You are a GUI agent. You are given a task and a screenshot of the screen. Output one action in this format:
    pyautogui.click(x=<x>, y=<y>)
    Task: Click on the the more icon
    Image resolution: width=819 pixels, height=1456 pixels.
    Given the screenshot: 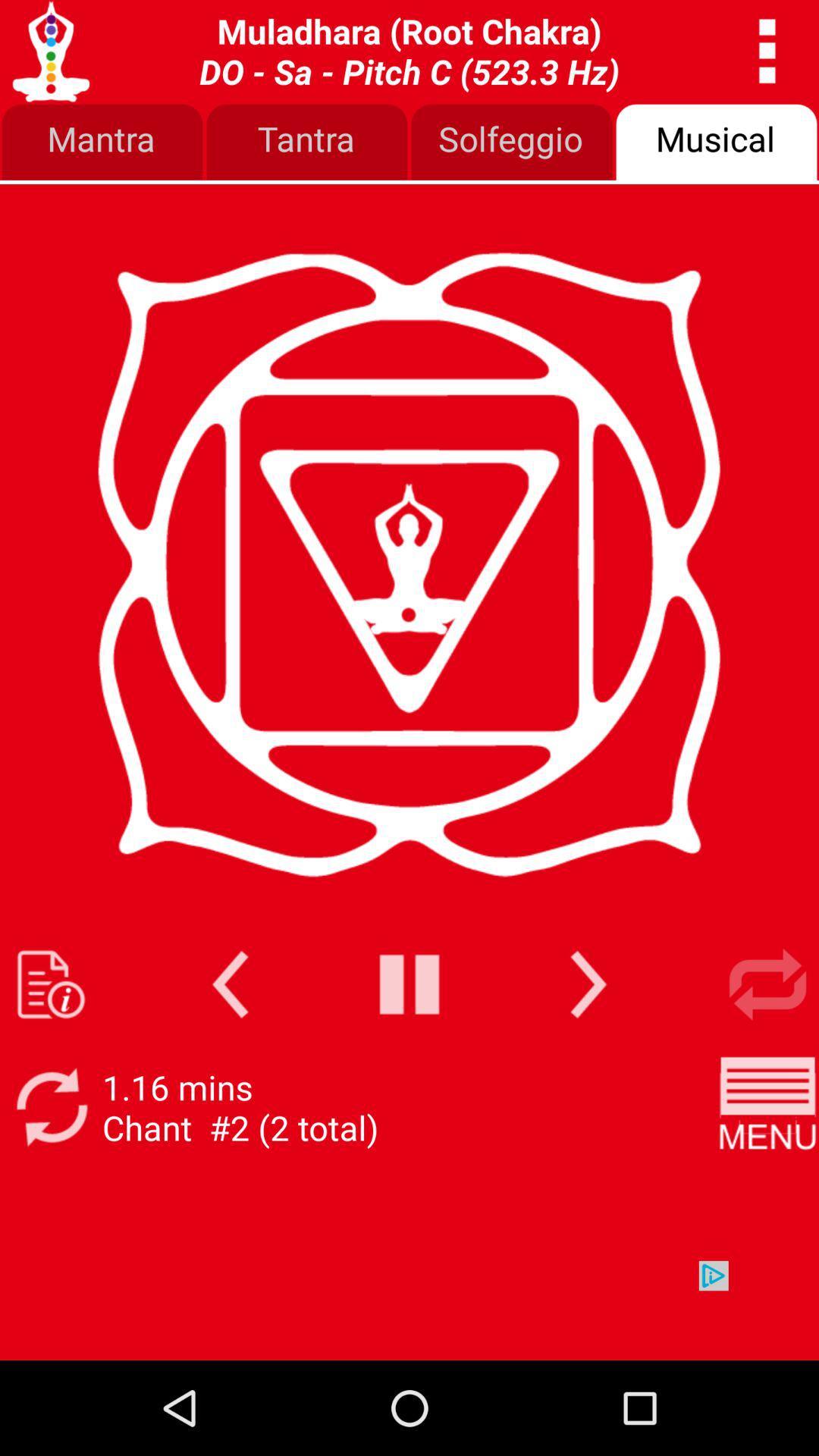 What is the action you would take?
    pyautogui.click(x=767, y=55)
    